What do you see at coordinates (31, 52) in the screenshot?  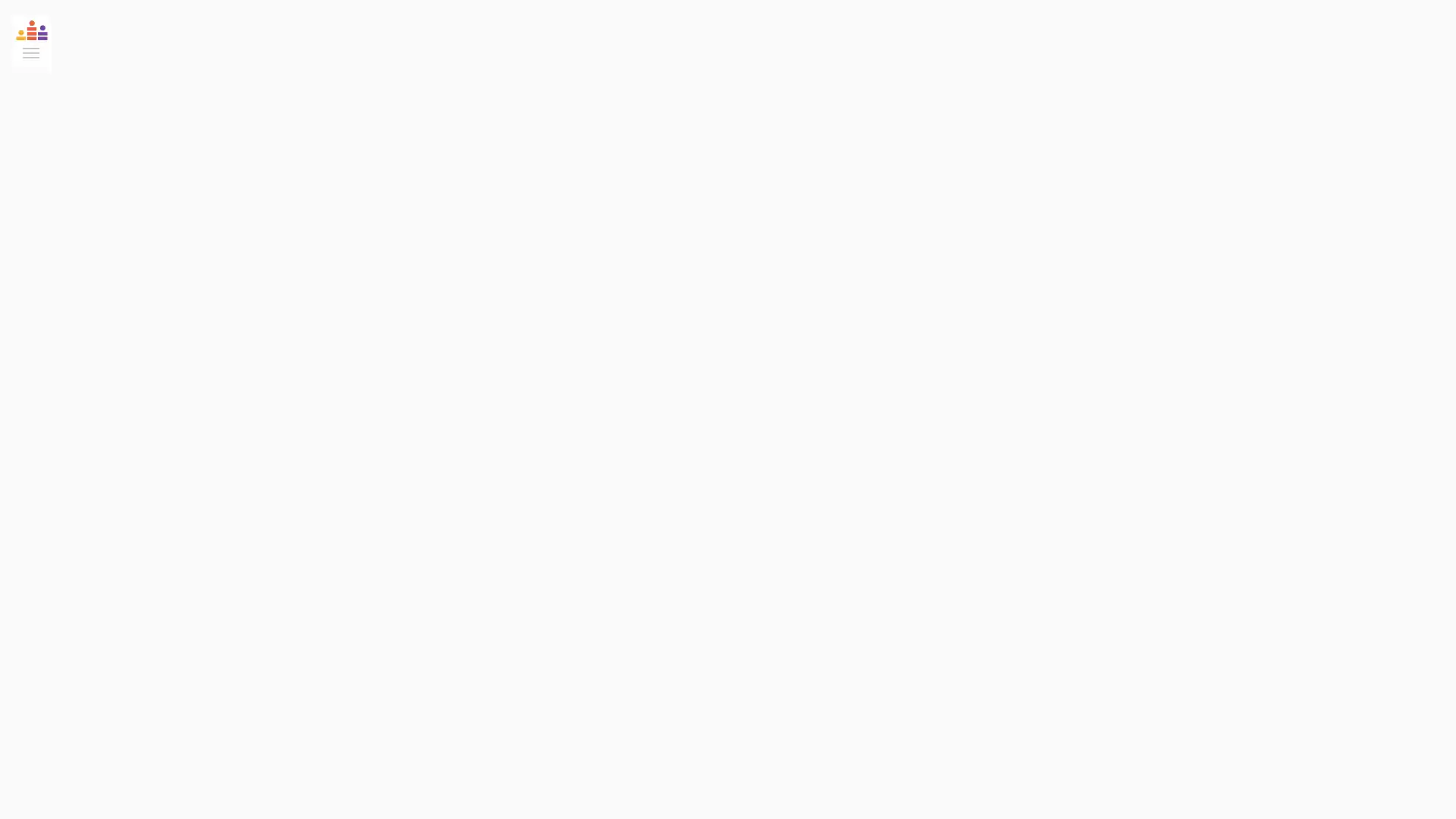 I see `Toggle Sidebar Menu` at bounding box center [31, 52].